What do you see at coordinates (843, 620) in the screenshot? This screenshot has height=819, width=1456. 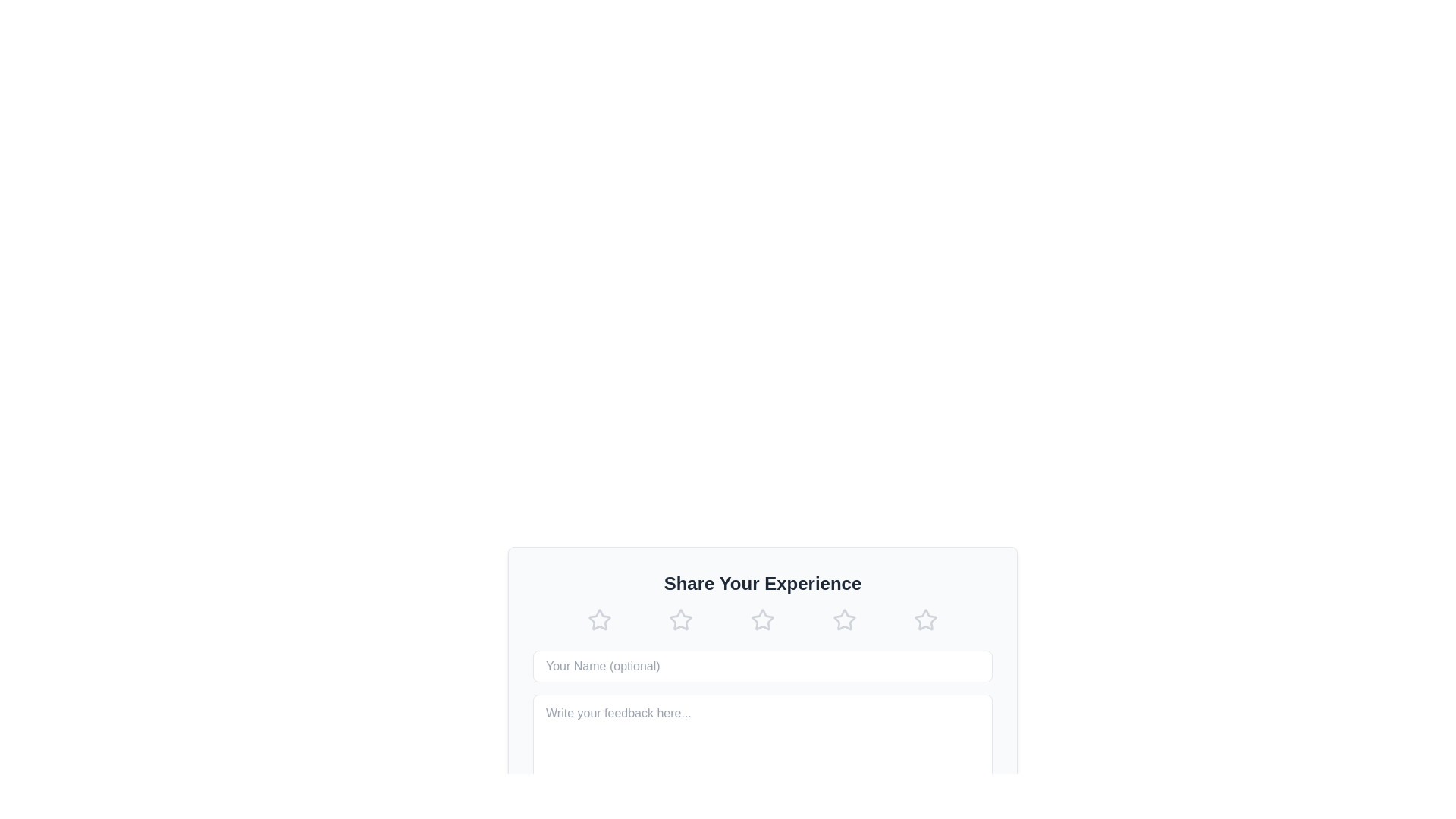 I see `the fifth star icon` at bounding box center [843, 620].